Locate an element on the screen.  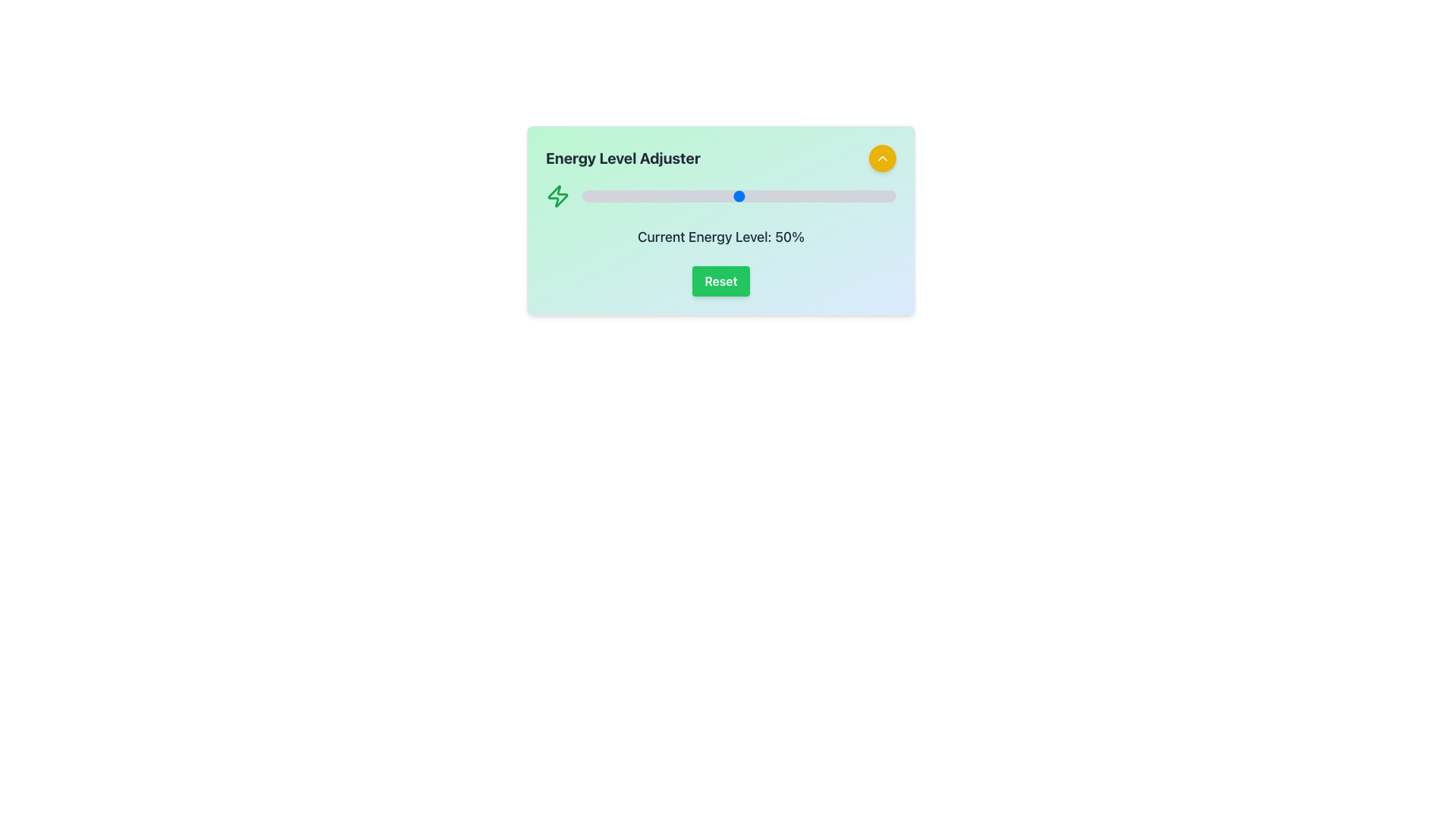
energy level is located at coordinates (588, 195).